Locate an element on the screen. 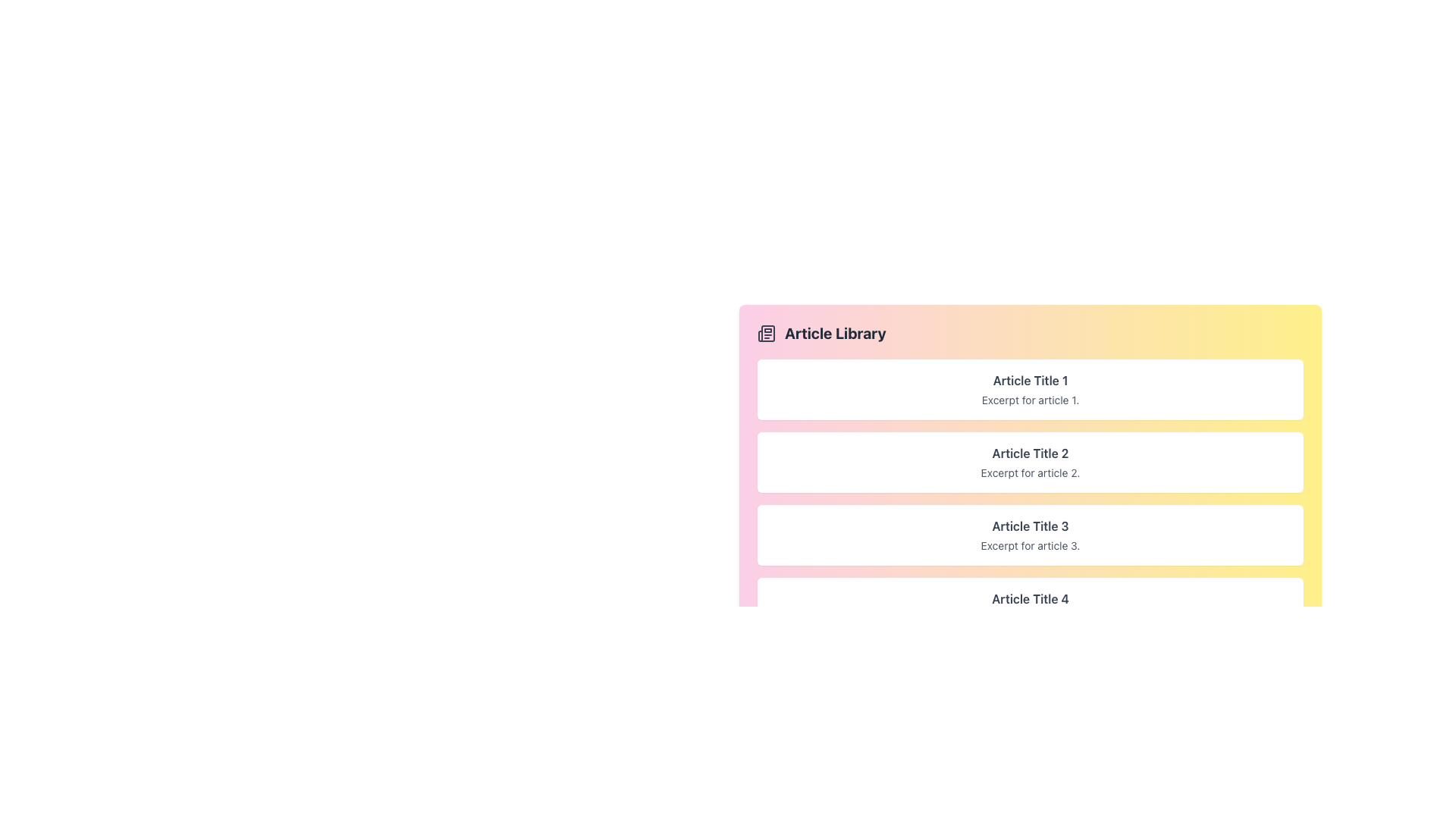 This screenshot has height=819, width=1456. the card with the headline 'Article Title 2' in the 'Article Library' section, which is the second card in the vertical list of articles is located at coordinates (1030, 461).